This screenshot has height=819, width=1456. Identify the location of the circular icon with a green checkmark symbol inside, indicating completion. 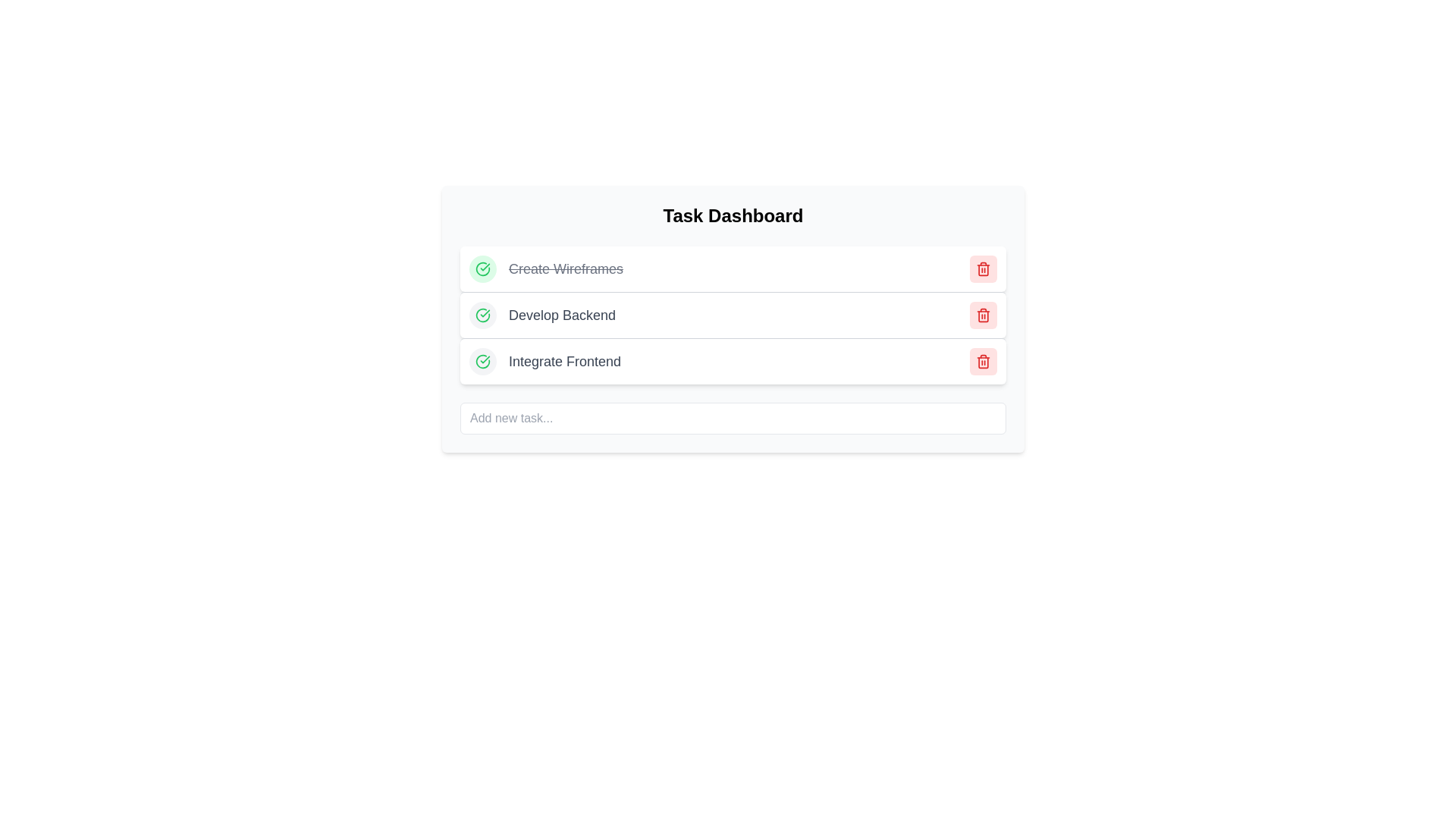
(482, 268).